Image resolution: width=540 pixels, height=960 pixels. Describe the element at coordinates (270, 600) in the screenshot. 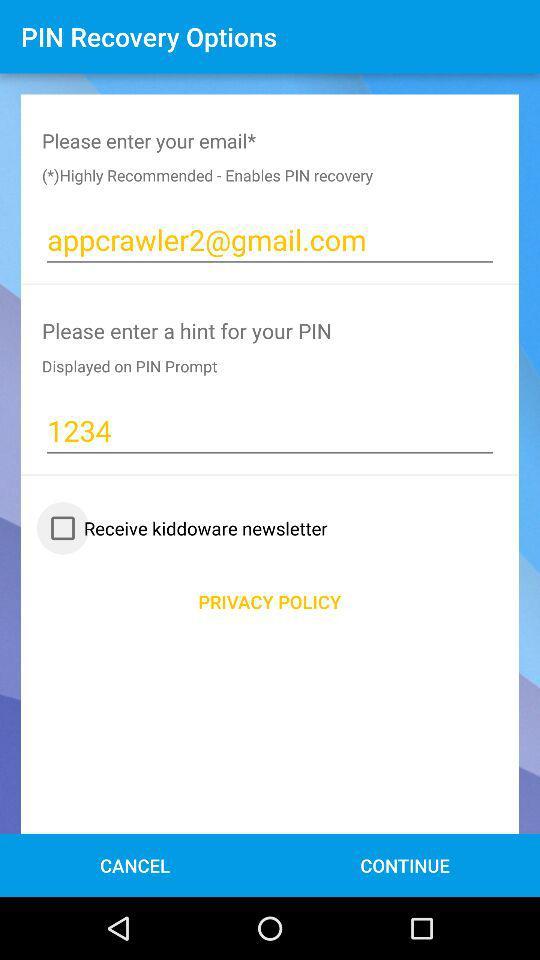

I see `the text which says privacy policy which is above the cancel` at that location.